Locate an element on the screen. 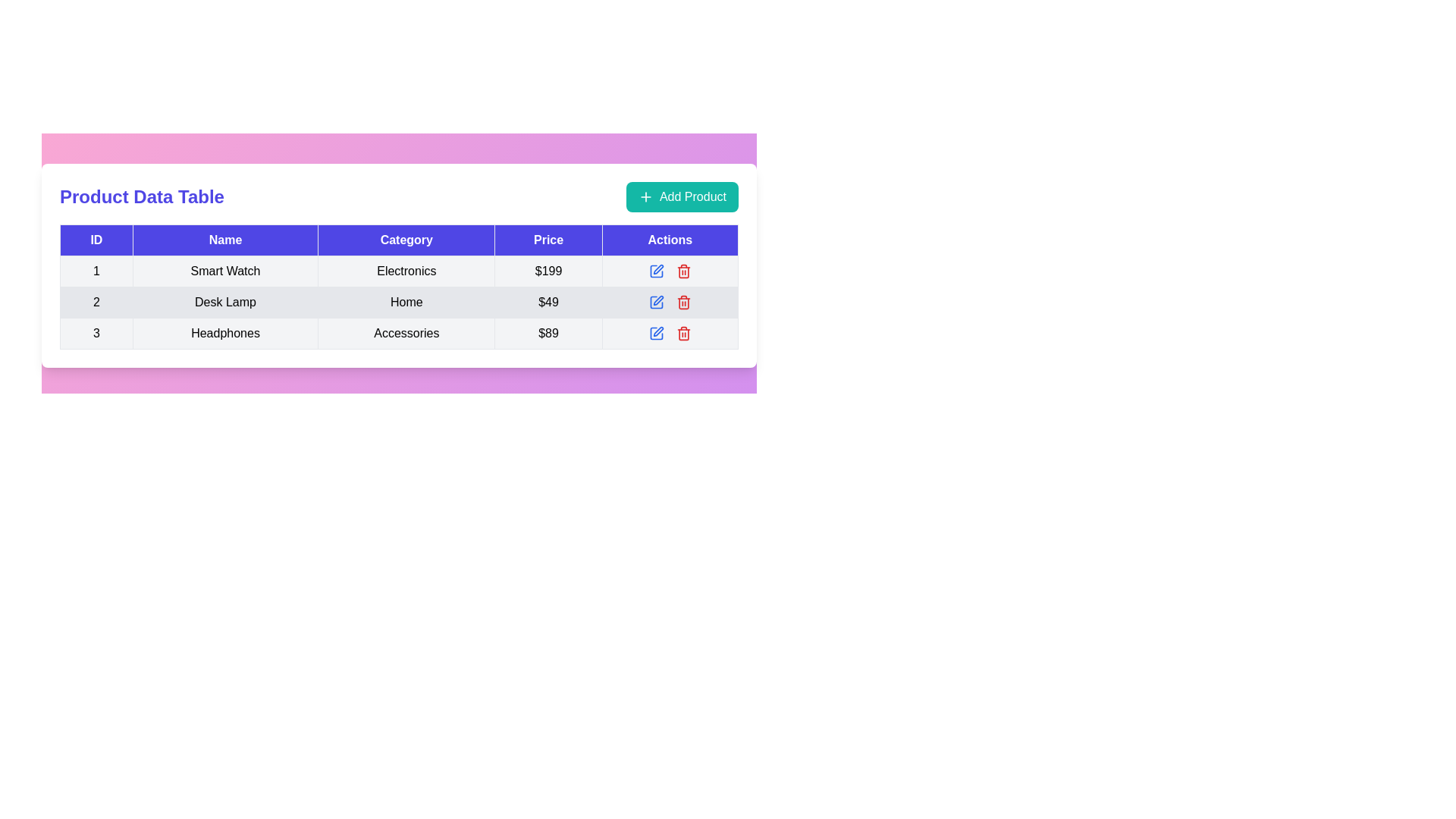 This screenshot has height=819, width=1456. the 'Category' column header in the table is located at coordinates (406, 239).